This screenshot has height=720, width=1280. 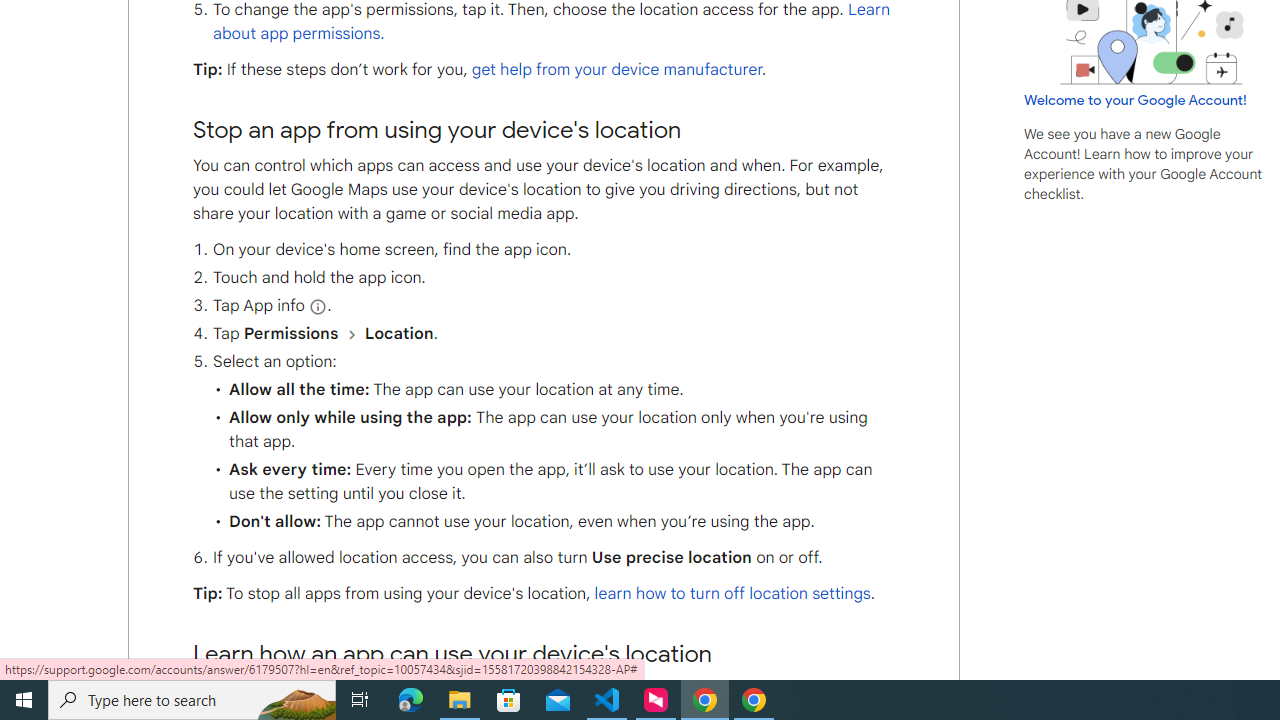 I want to click on 'Welcome to your Google Account!', so click(x=1135, y=99).